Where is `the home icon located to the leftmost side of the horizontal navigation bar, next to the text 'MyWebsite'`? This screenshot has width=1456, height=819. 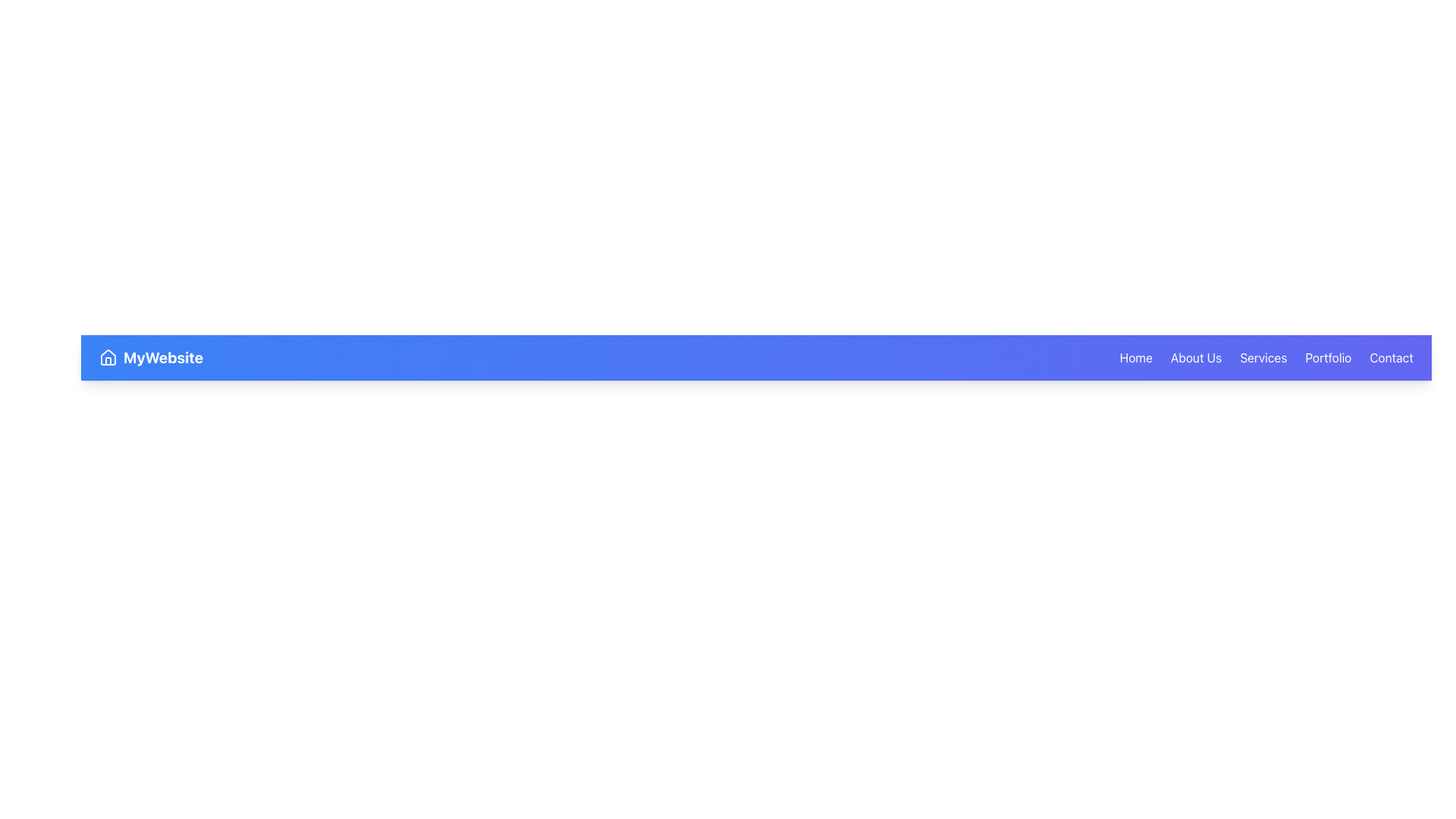
the home icon located to the leftmost side of the horizontal navigation bar, next to the text 'MyWebsite' is located at coordinates (108, 356).